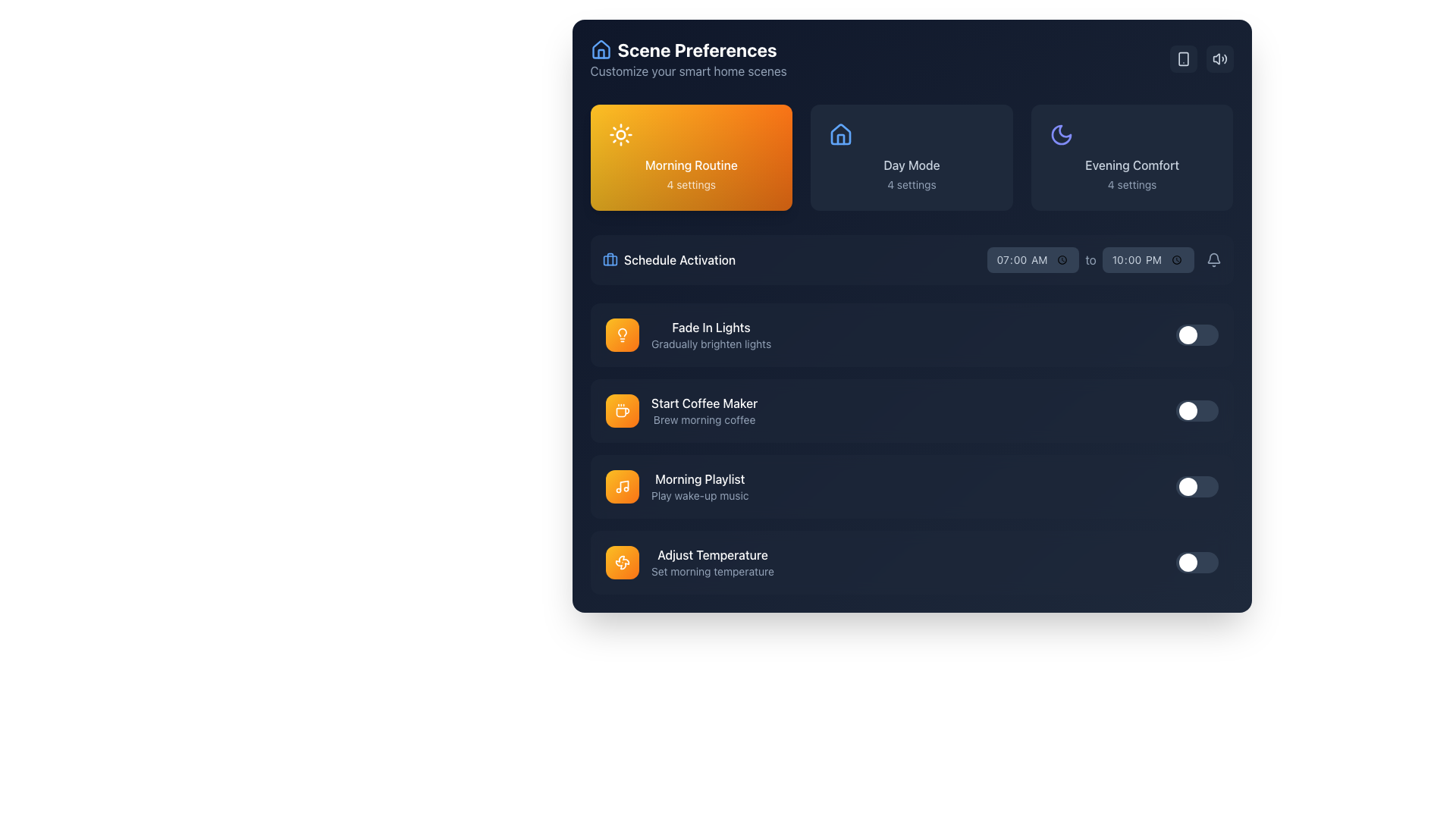 Image resolution: width=1456 pixels, height=819 pixels. I want to click on the circular shape located at the center of the sun-like icon within the 'Morning Routine' card, so click(620, 133).